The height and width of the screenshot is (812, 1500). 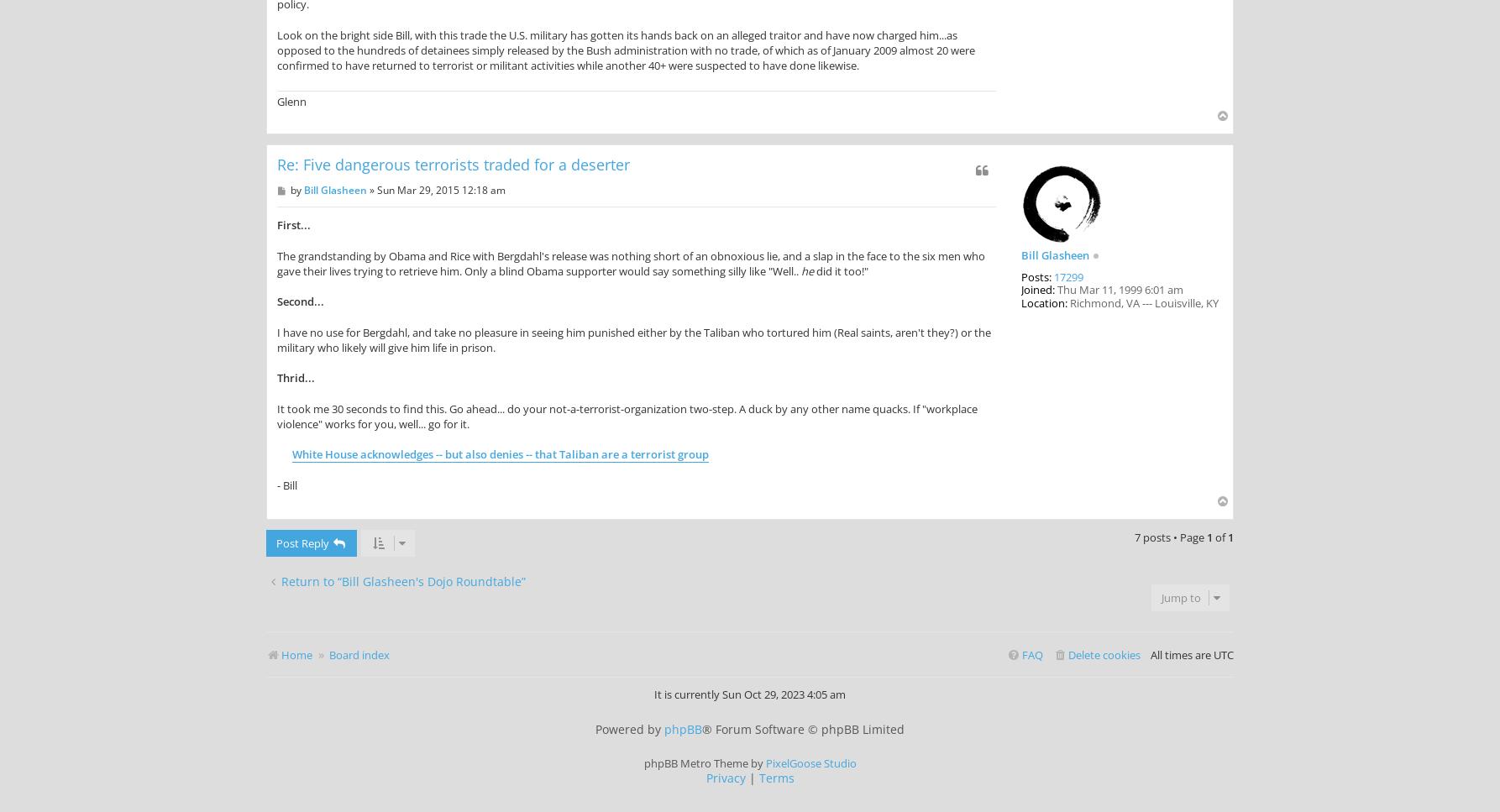 What do you see at coordinates (1044, 301) in the screenshot?
I see `'Location:'` at bounding box center [1044, 301].